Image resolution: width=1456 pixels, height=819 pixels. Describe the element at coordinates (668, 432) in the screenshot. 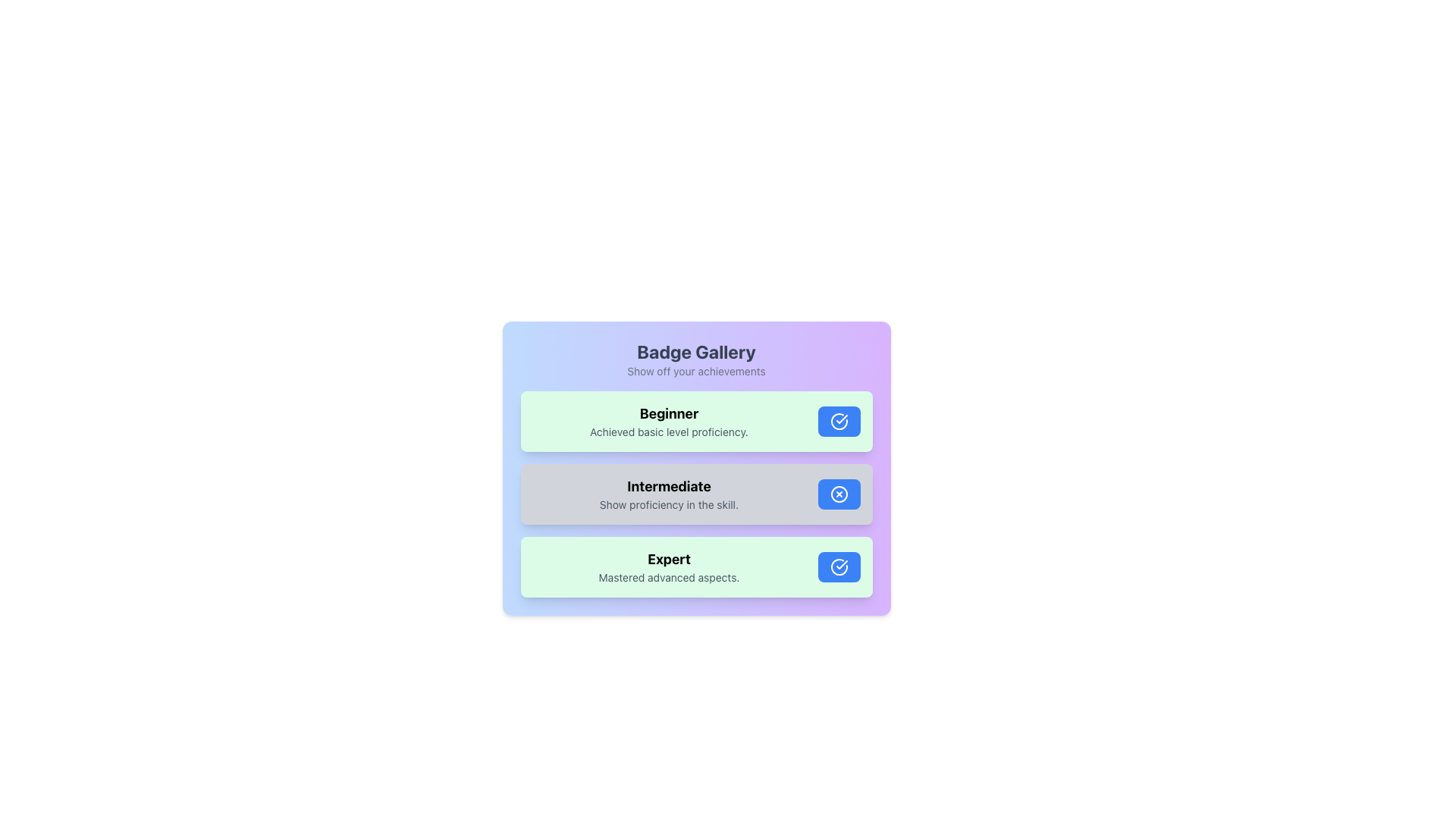

I see `the text label displaying 'Achieved basic level proficiency.' located below the 'Beginner' text in the 'Badge Gallery'` at that location.